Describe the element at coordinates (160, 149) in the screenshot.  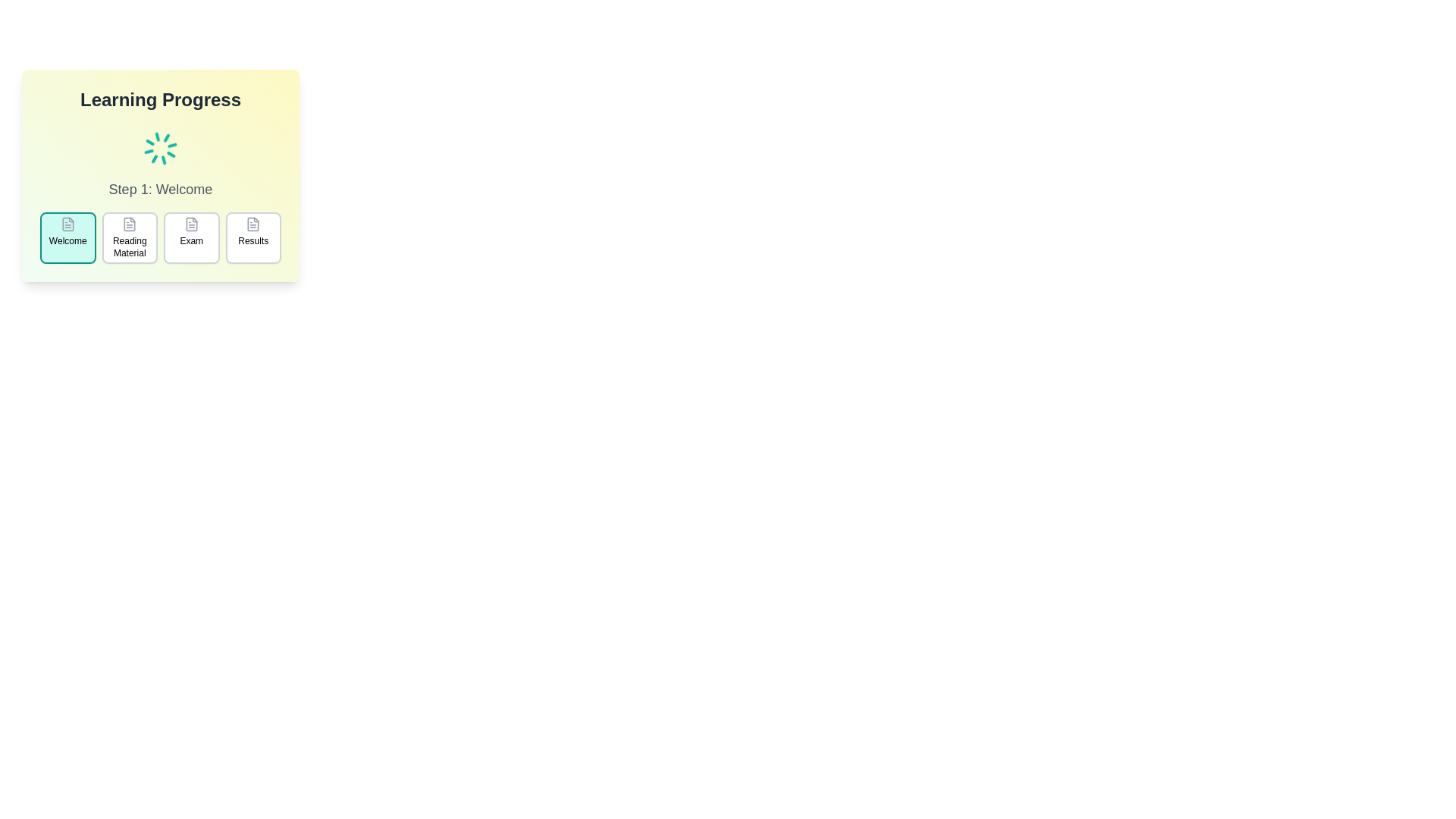
I see `the animated teal-colored spinning loader icon located at the upper central area within the card under the 'Learning Progress' header` at that location.